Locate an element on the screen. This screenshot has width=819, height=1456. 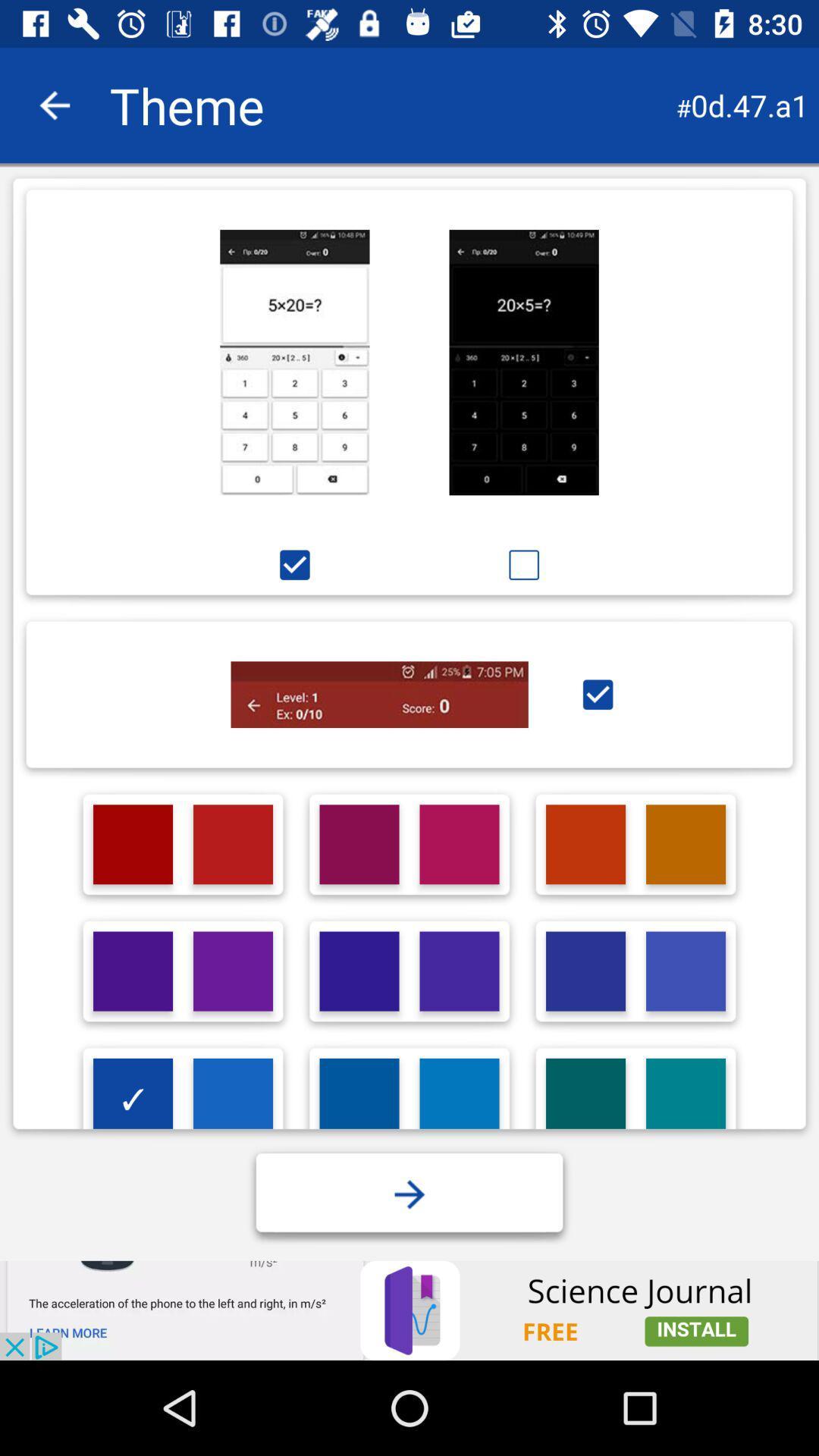
to select particular shade of color for theme is located at coordinates (132, 971).